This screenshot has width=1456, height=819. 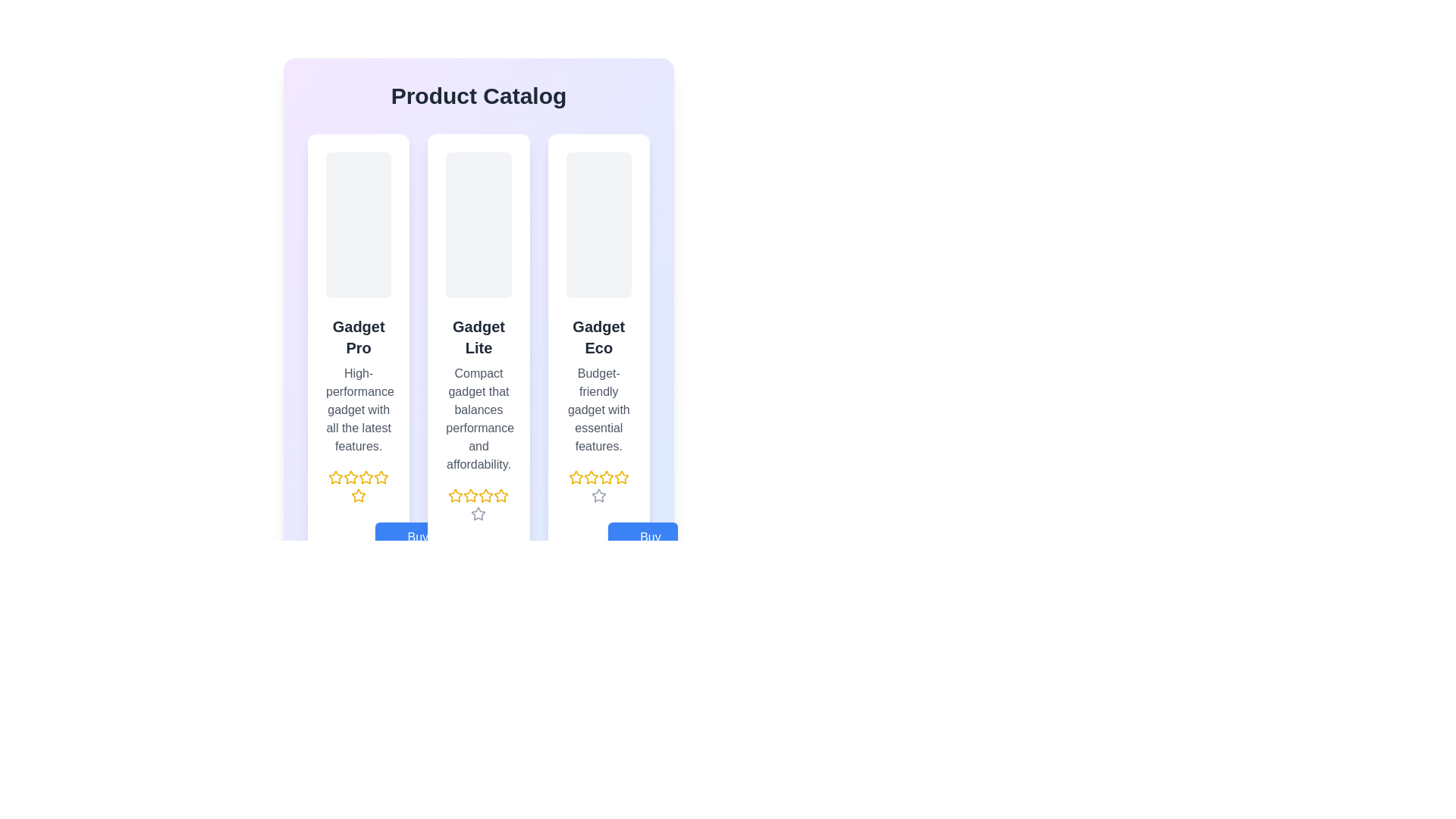 What do you see at coordinates (392, 547) in the screenshot?
I see `the 'Buy Now' button icon representing the action of adding a product to the cart for 'Gadget Pro', located to the left of the 'Buy Now' text label` at bounding box center [392, 547].